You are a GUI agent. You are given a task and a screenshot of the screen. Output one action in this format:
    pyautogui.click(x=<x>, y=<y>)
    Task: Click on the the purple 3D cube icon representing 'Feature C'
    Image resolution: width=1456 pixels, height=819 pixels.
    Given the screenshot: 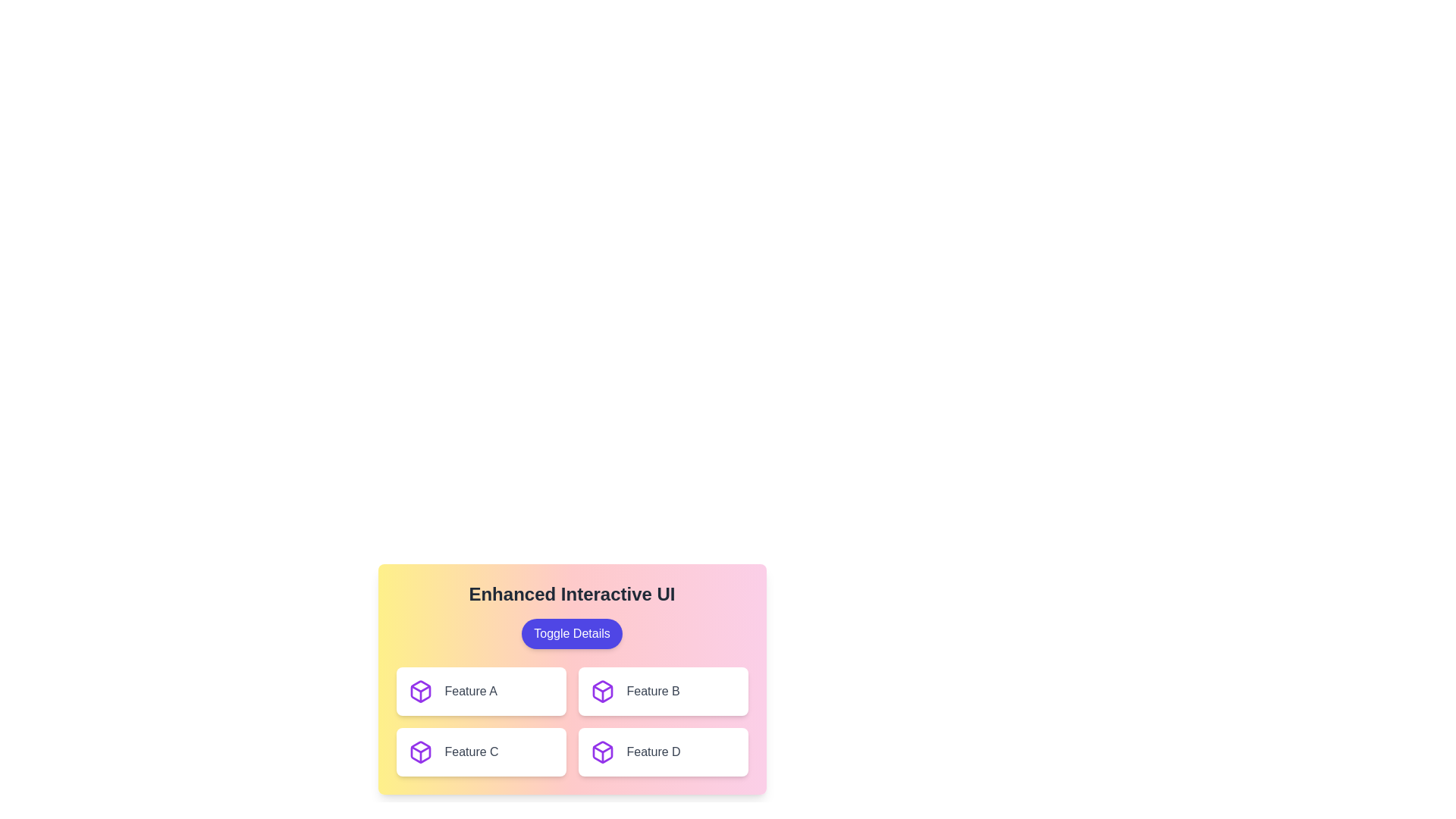 What is the action you would take?
    pyautogui.click(x=420, y=752)
    